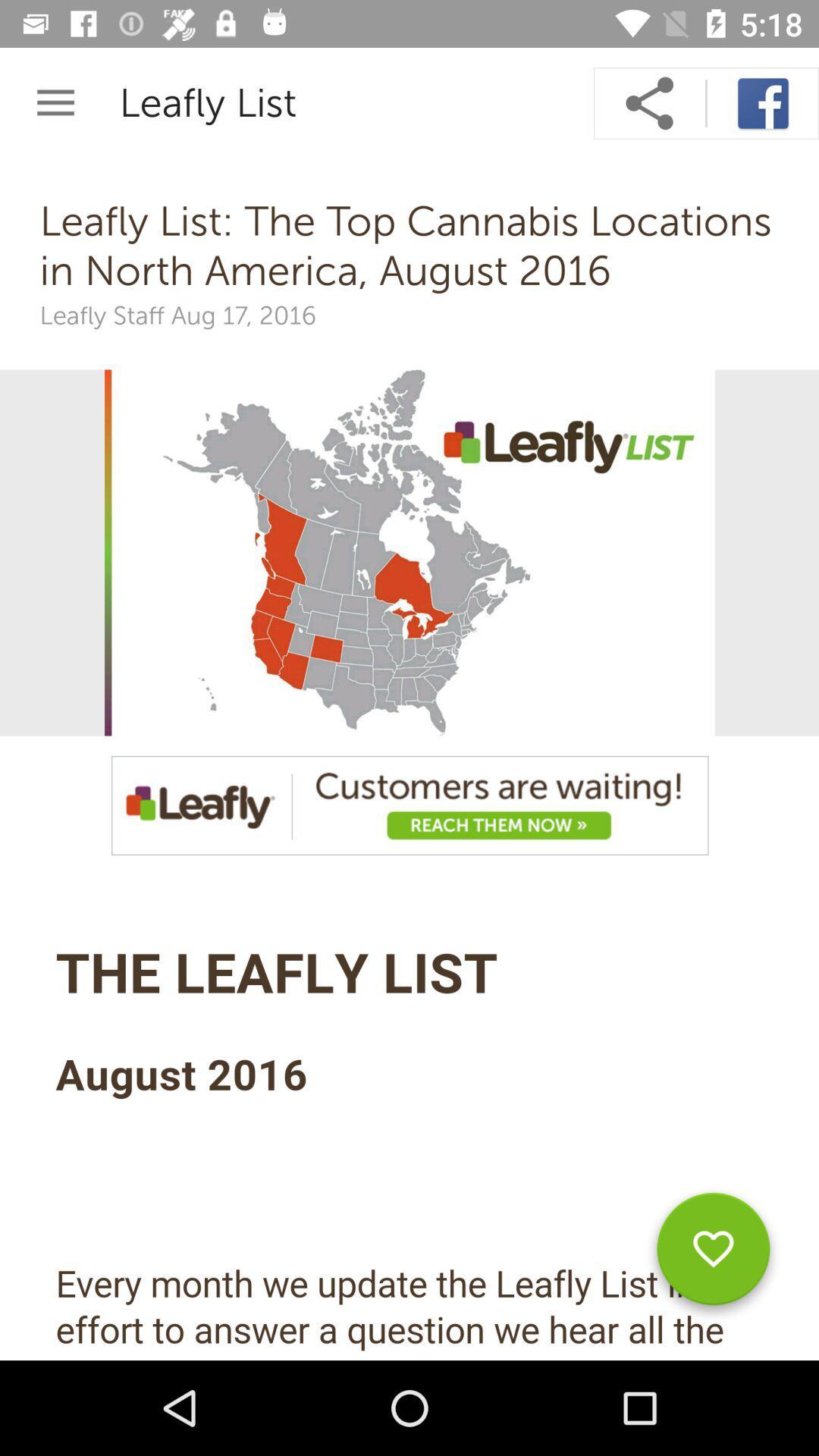 The image size is (819, 1456). I want to click on like, so click(713, 1254).